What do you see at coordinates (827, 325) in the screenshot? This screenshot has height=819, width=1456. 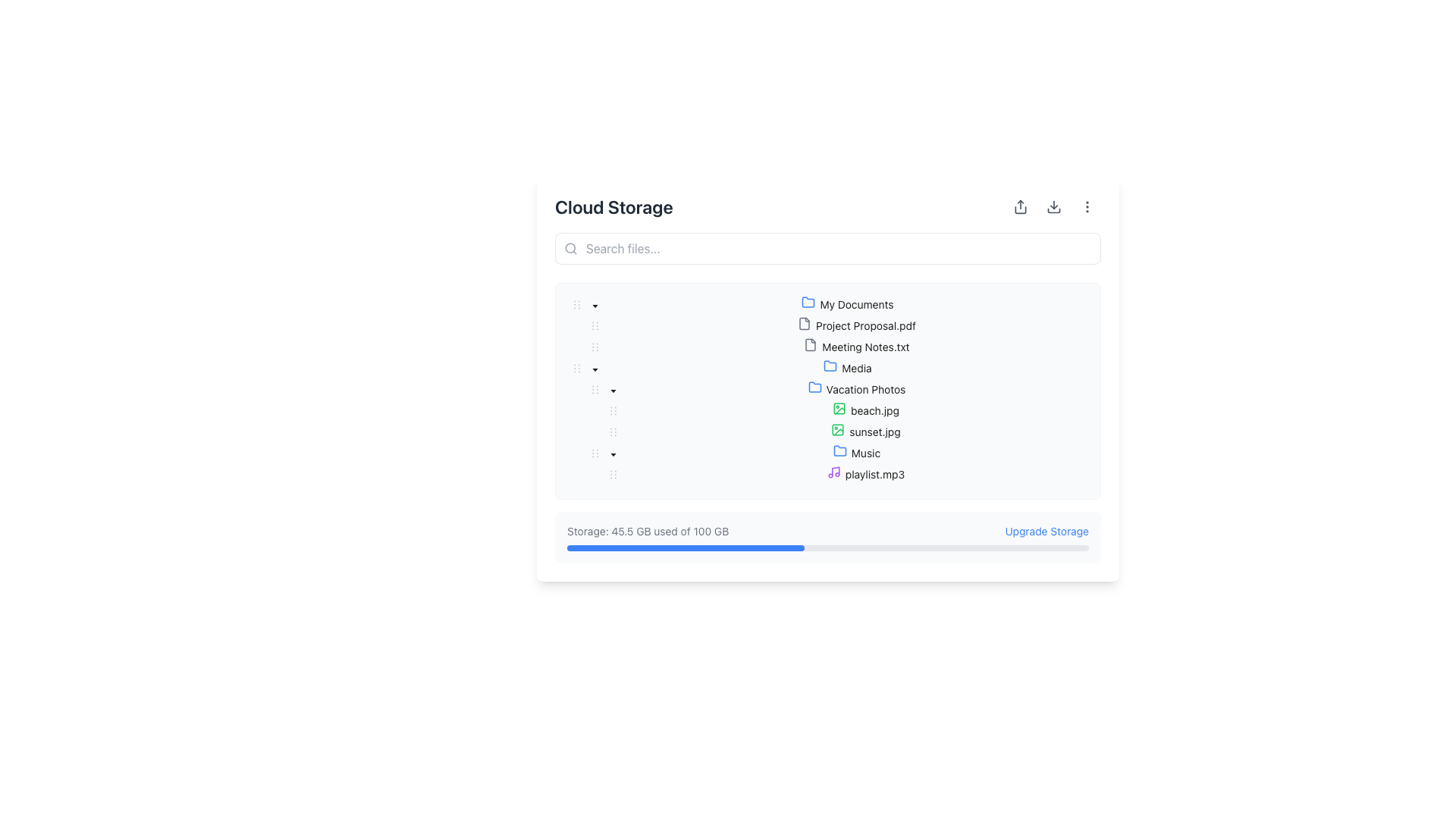 I see `to select the file 'Project Proposal.pdf' in the hierarchical tree structure under 'My Documents'` at bounding box center [827, 325].